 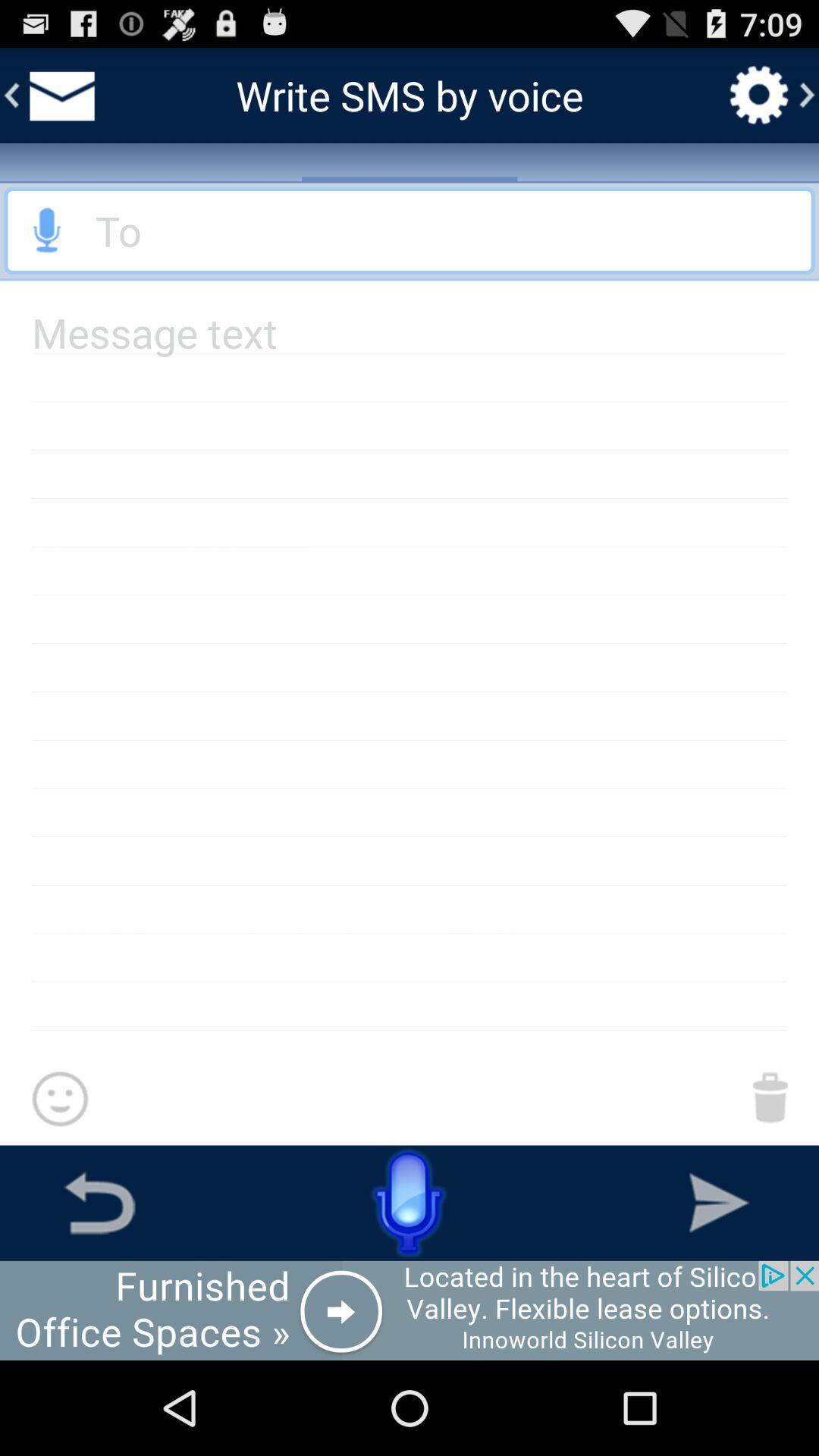 What do you see at coordinates (59, 1100) in the screenshot?
I see `emoji option` at bounding box center [59, 1100].